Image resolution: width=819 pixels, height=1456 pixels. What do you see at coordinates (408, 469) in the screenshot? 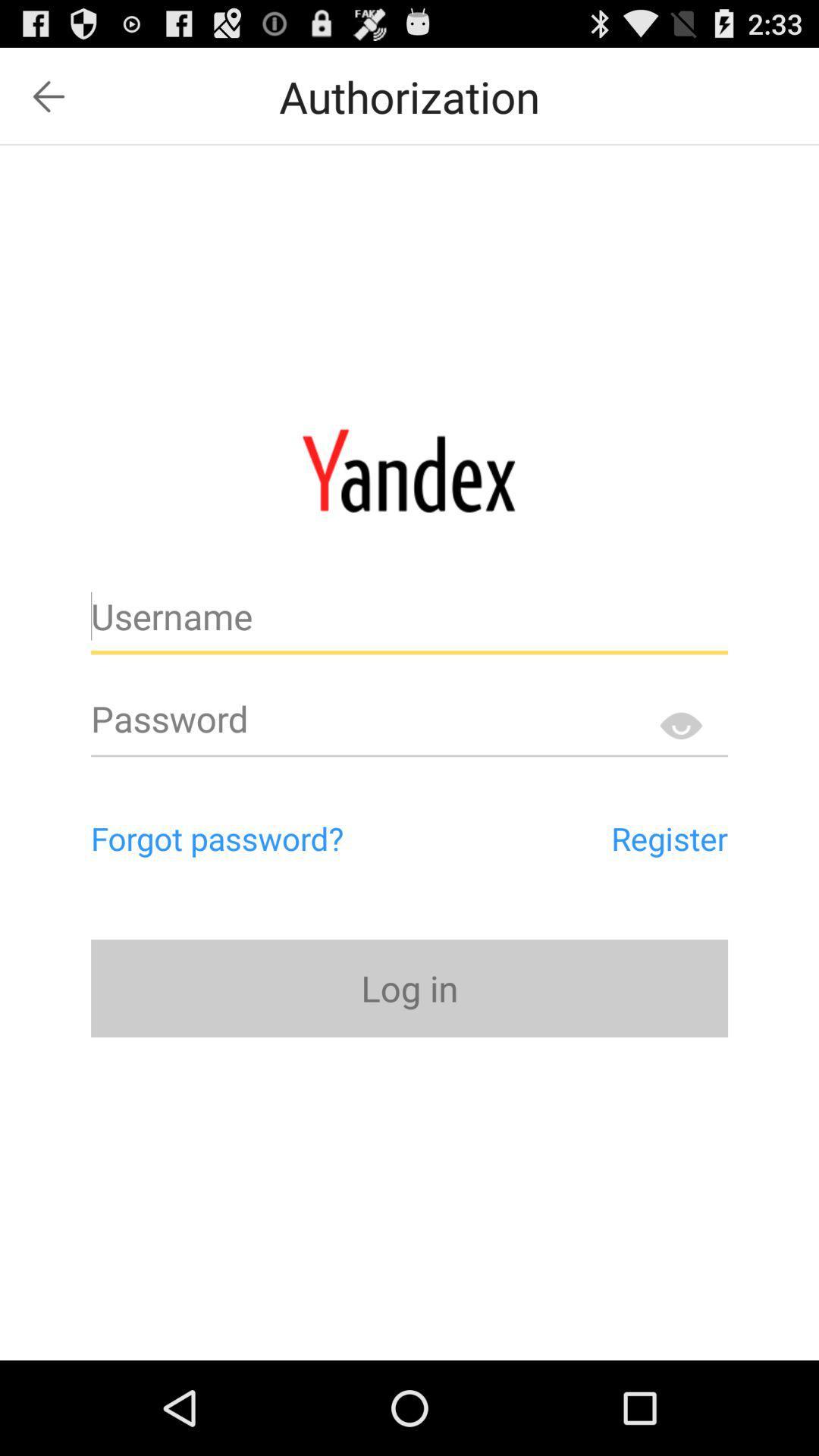
I see `home page` at bounding box center [408, 469].